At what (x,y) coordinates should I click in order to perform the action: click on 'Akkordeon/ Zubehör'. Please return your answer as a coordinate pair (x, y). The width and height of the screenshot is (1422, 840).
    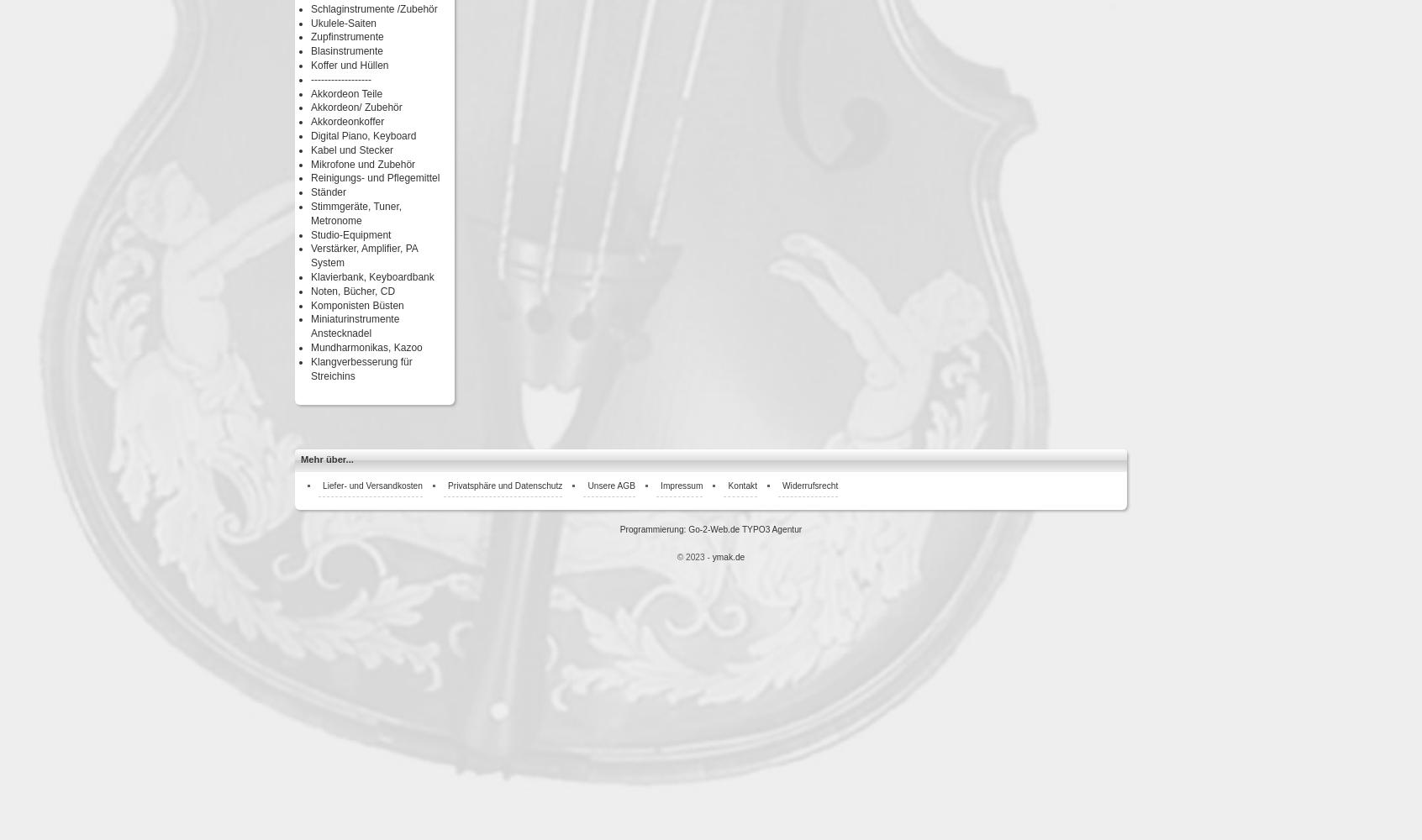
    Looking at the image, I should click on (311, 108).